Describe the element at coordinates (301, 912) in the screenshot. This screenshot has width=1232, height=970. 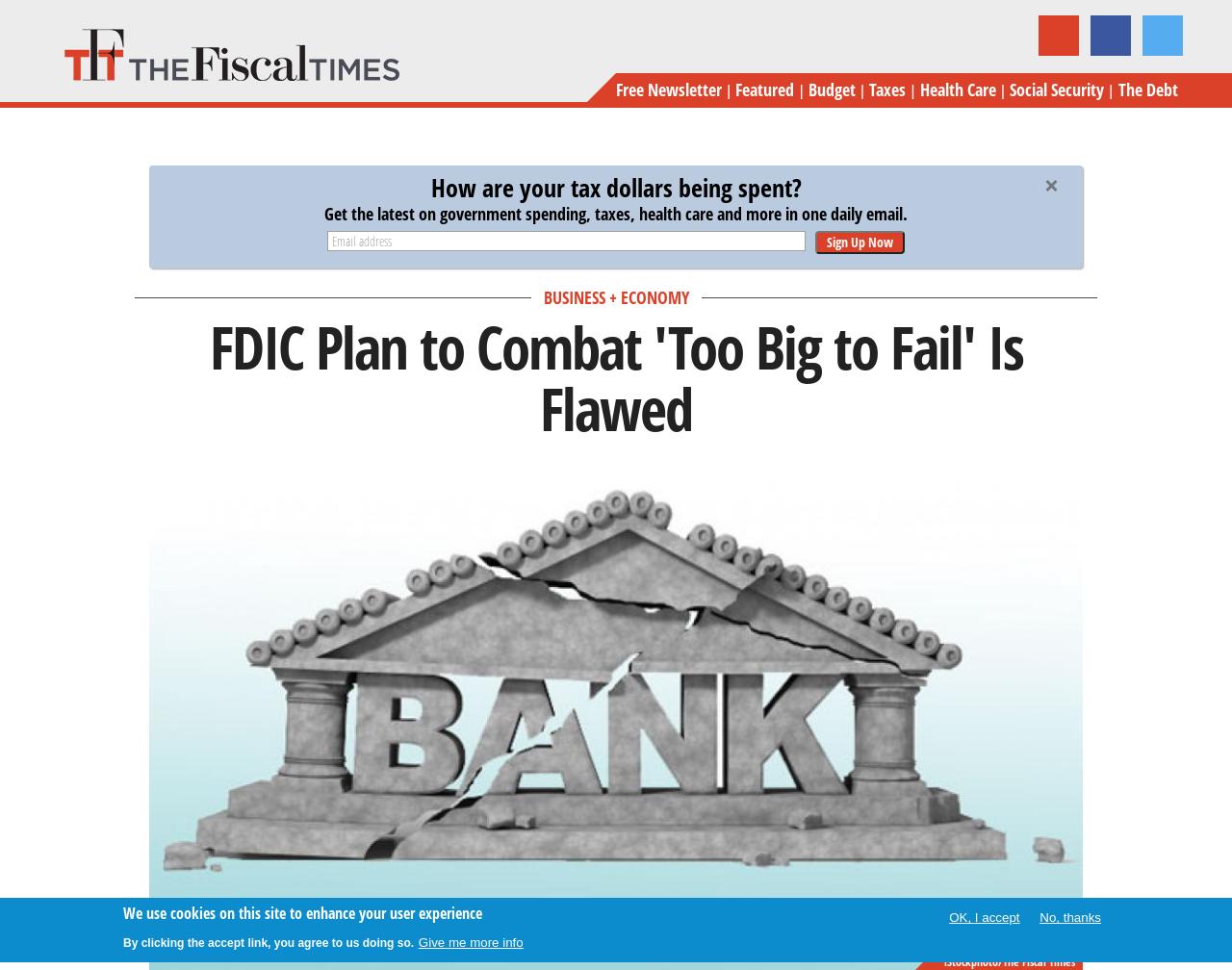
I see `'We use cookies on this site to enhance your user experience'` at that location.